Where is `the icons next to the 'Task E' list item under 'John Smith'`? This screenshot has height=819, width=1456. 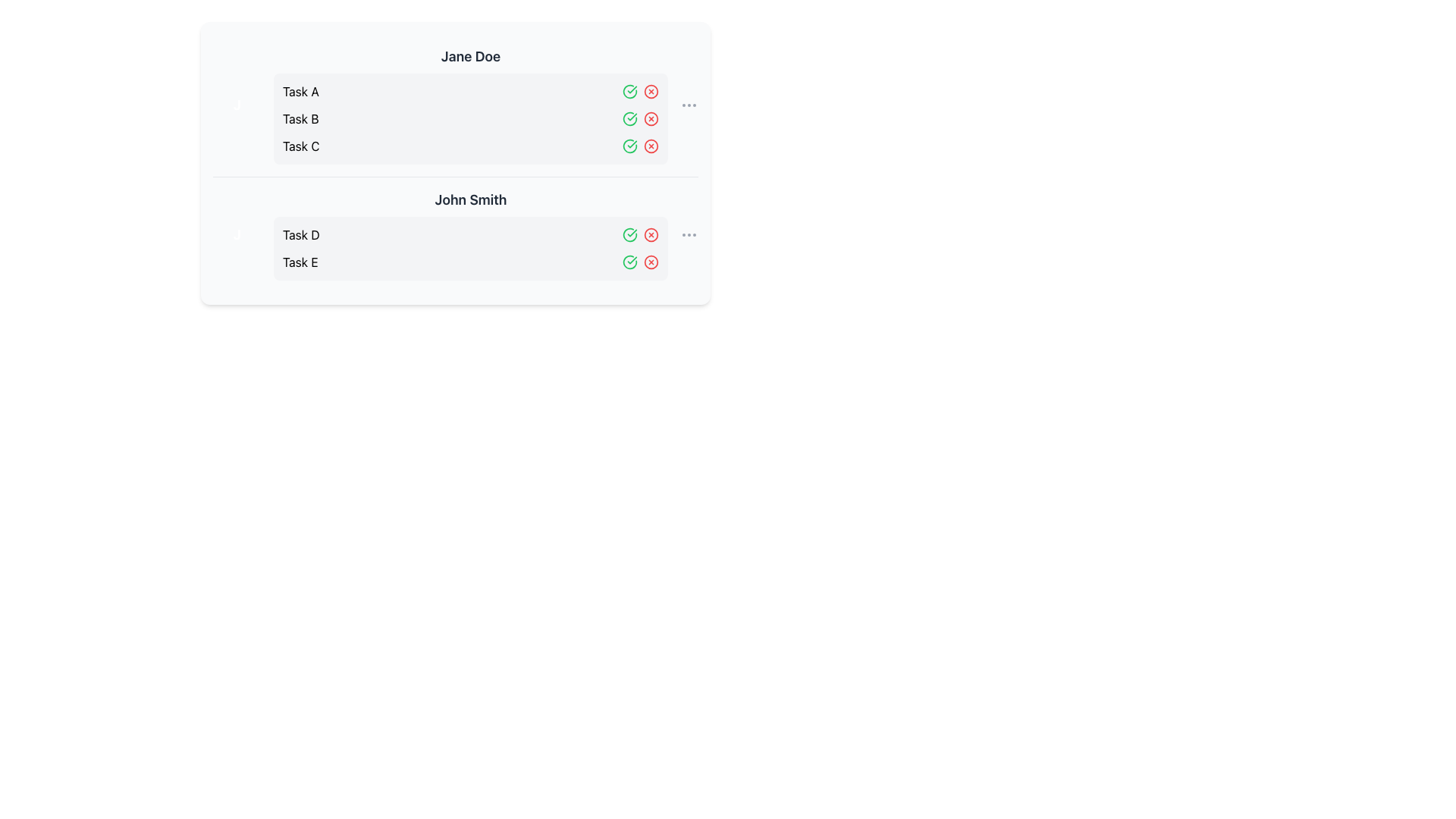
the icons next to the 'Task E' list item under 'John Smith' is located at coordinates (469, 262).